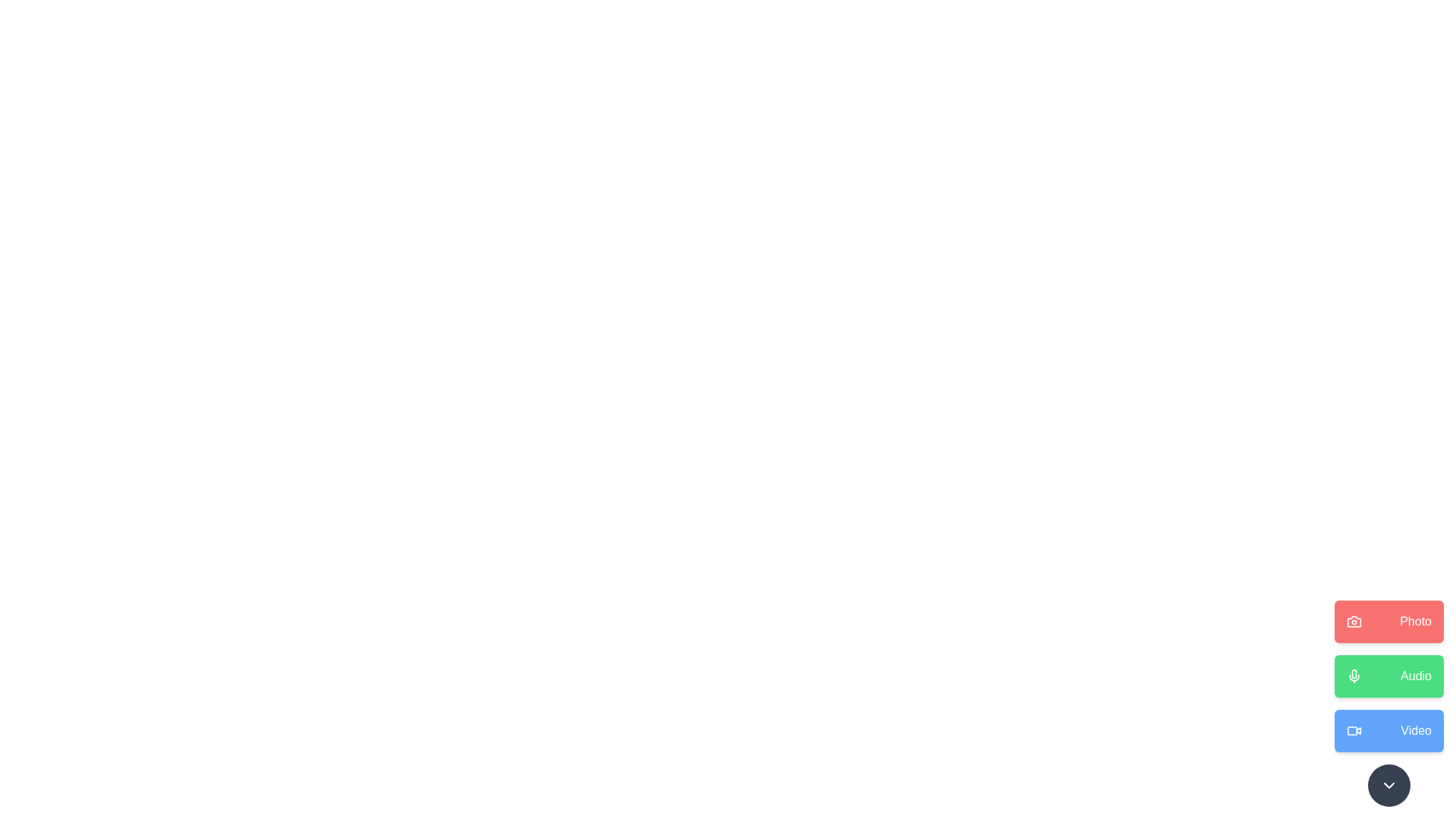 The height and width of the screenshot is (819, 1456). What do you see at coordinates (1389, 785) in the screenshot?
I see `toggle button at the bottom-right corner of the MediaActionDial component` at bounding box center [1389, 785].